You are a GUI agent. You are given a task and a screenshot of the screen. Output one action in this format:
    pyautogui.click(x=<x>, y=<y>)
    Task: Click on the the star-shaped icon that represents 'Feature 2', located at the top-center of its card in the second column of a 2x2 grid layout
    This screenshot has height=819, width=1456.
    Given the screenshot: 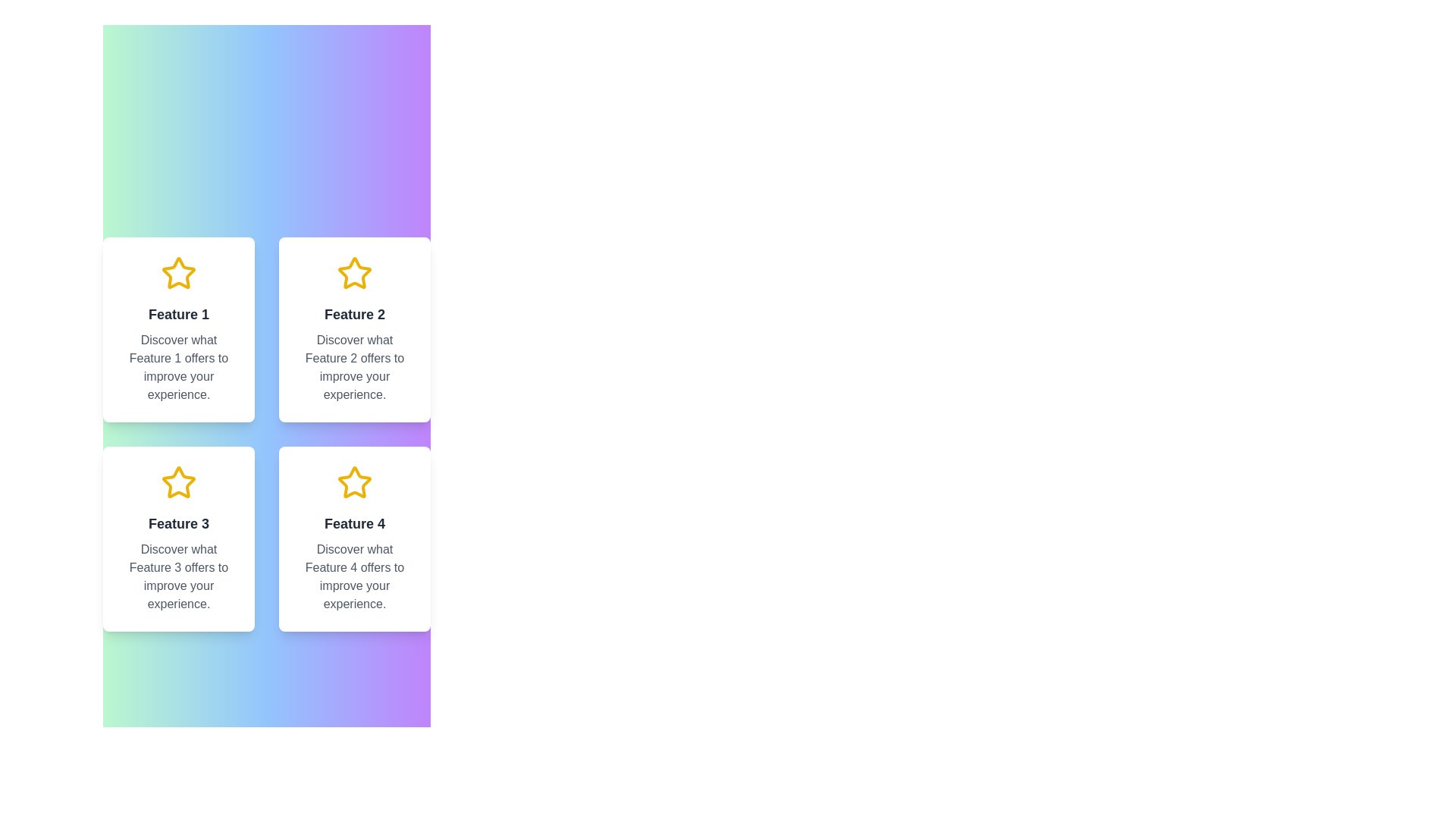 What is the action you would take?
    pyautogui.click(x=353, y=274)
    